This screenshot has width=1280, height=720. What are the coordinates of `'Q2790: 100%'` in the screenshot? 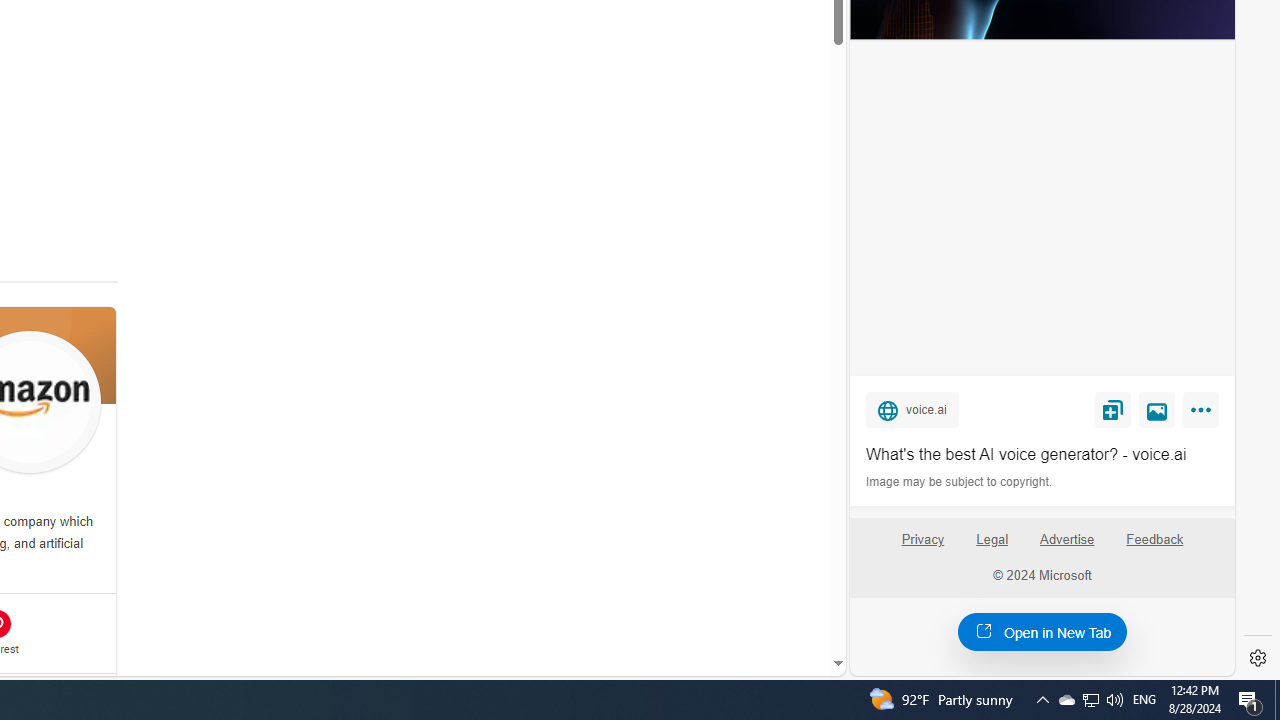 It's located at (1113, 698).